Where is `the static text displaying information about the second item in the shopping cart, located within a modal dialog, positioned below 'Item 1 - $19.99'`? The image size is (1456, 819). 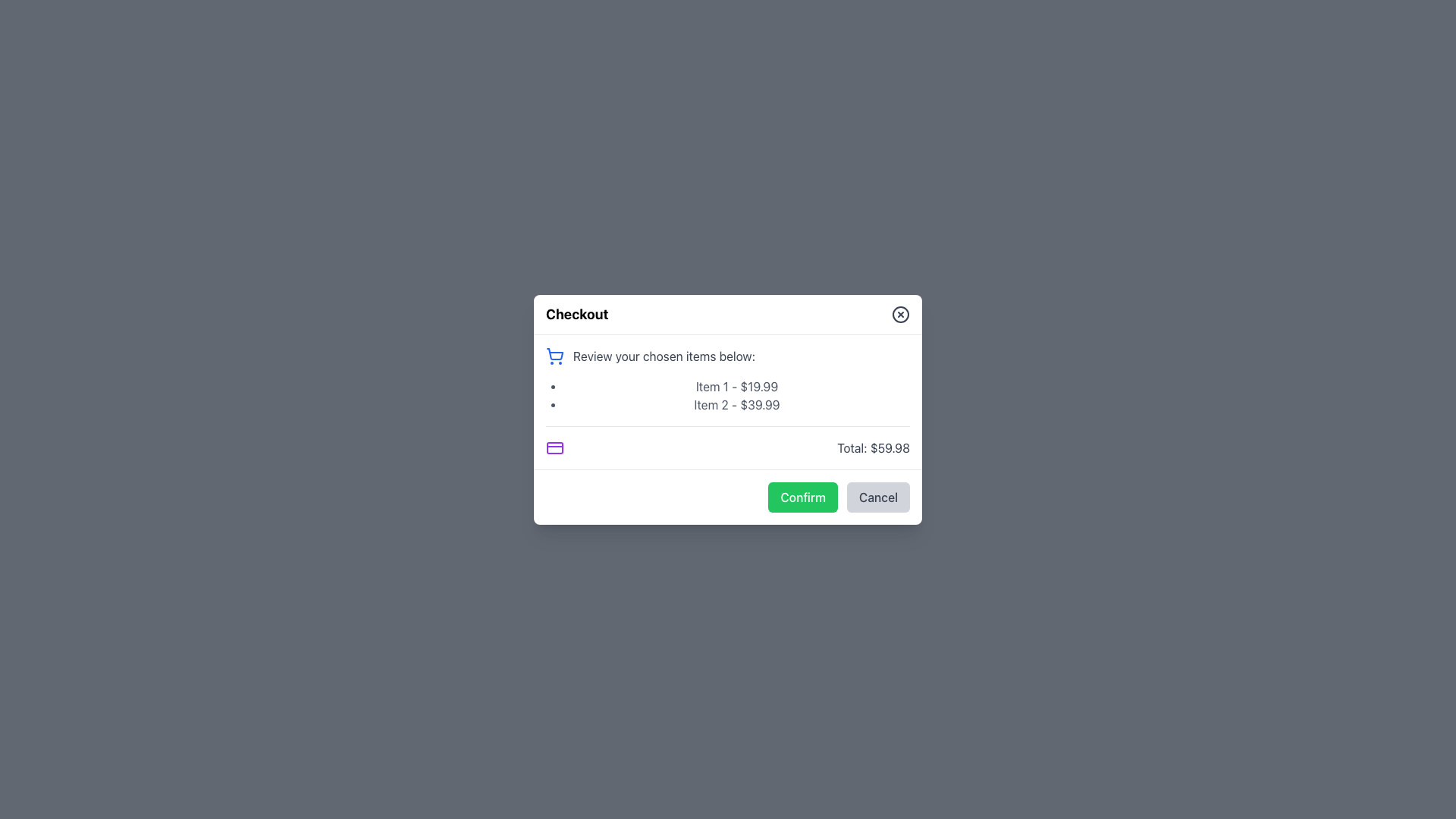 the static text displaying information about the second item in the shopping cart, located within a modal dialog, positioned below 'Item 1 - $19.99' is located at coordinates (736, 403).